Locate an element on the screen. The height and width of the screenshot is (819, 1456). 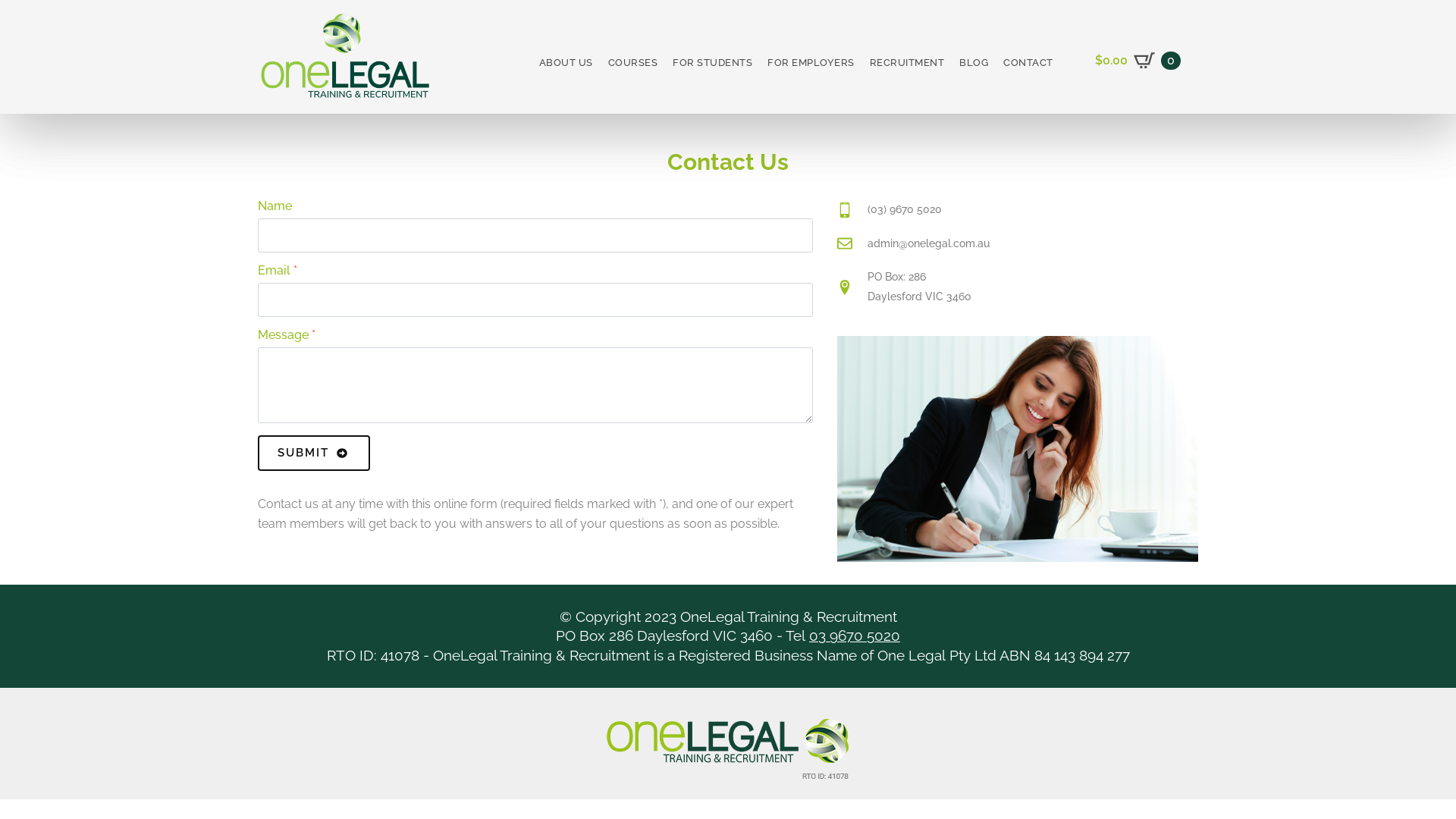
'FOR EMPLOYERS' is located at coordinates (810, 61).